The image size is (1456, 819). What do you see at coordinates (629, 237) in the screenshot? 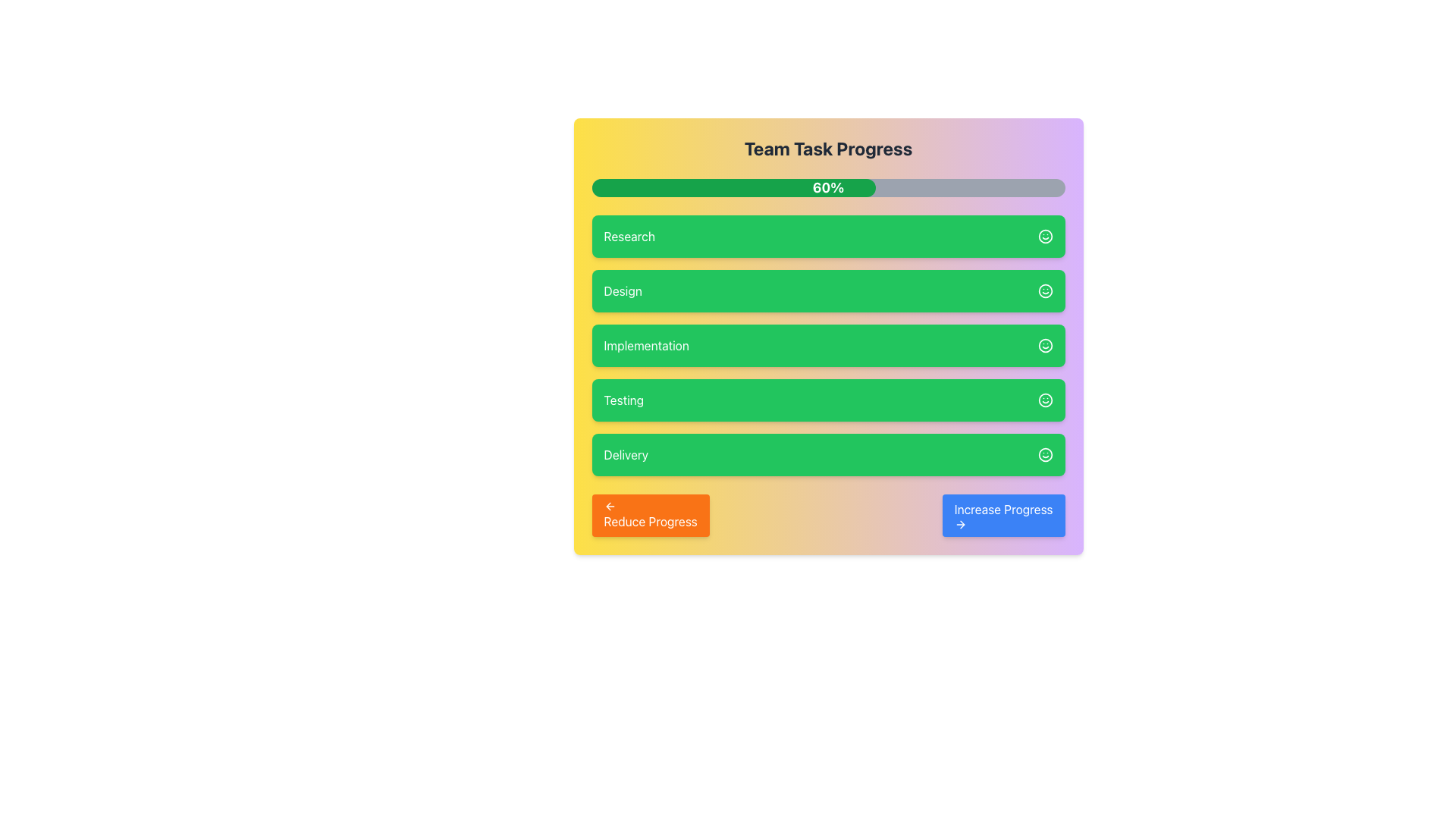
I see `displayed text 'Research' from the left-aligned text label within the first green block below the progress bar` at bounding box center [629, 237].